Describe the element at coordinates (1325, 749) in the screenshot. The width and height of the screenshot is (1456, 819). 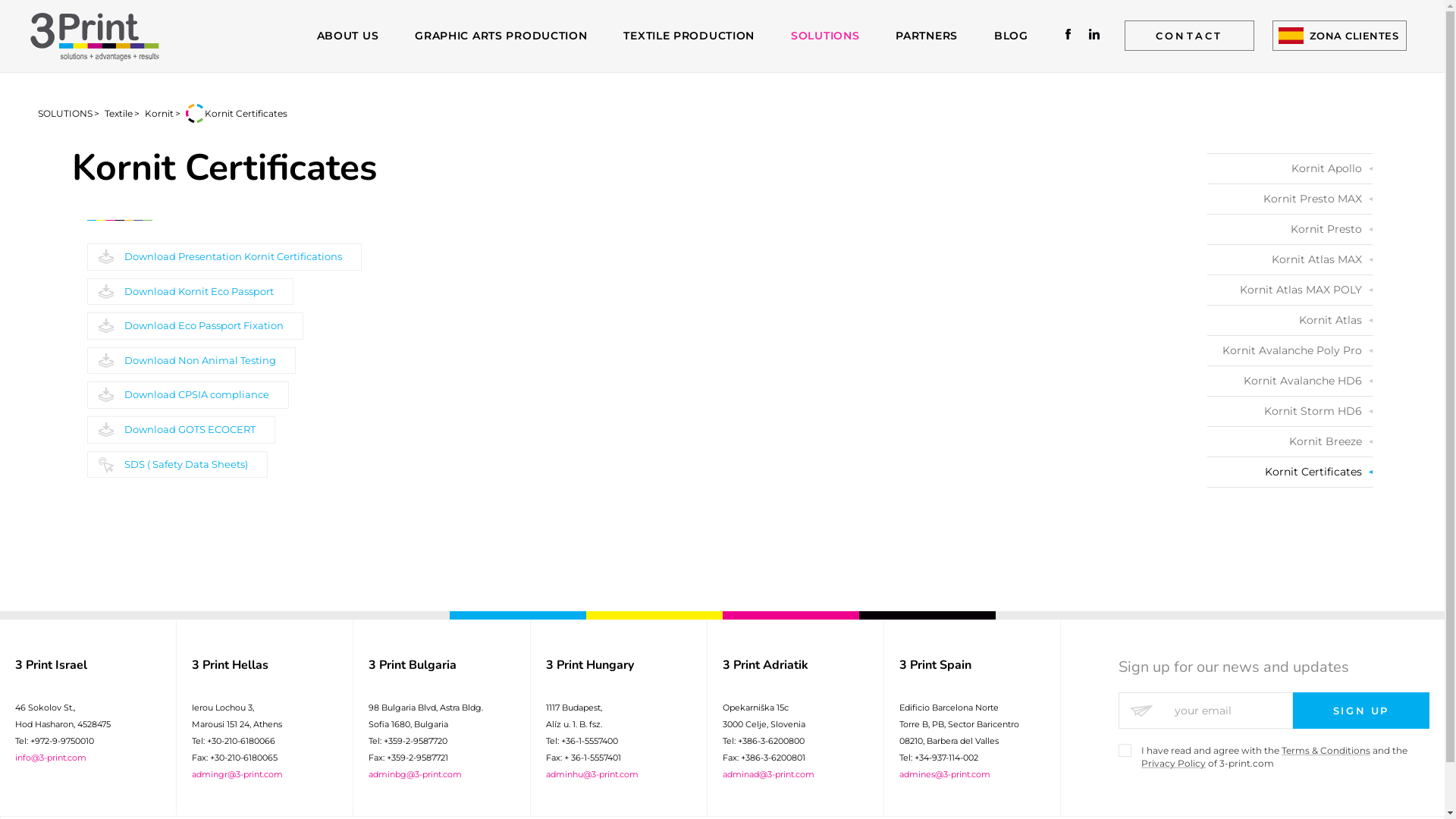
I see `'Terms & Conditions'` at that location.